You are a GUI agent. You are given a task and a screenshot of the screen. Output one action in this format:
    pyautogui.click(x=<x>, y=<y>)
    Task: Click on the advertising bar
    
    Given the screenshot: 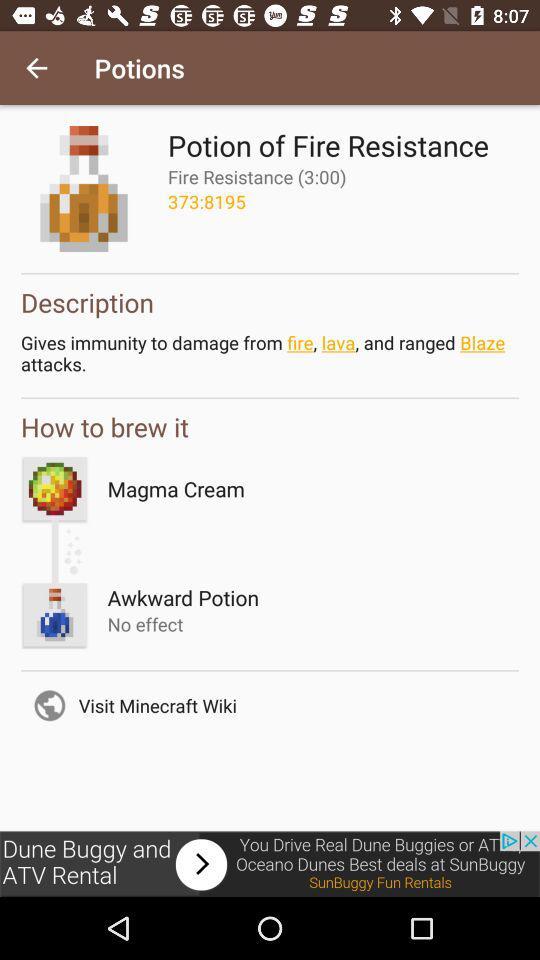 What is the action you would take?
    pyautogui.click(x=270, y=863)
    